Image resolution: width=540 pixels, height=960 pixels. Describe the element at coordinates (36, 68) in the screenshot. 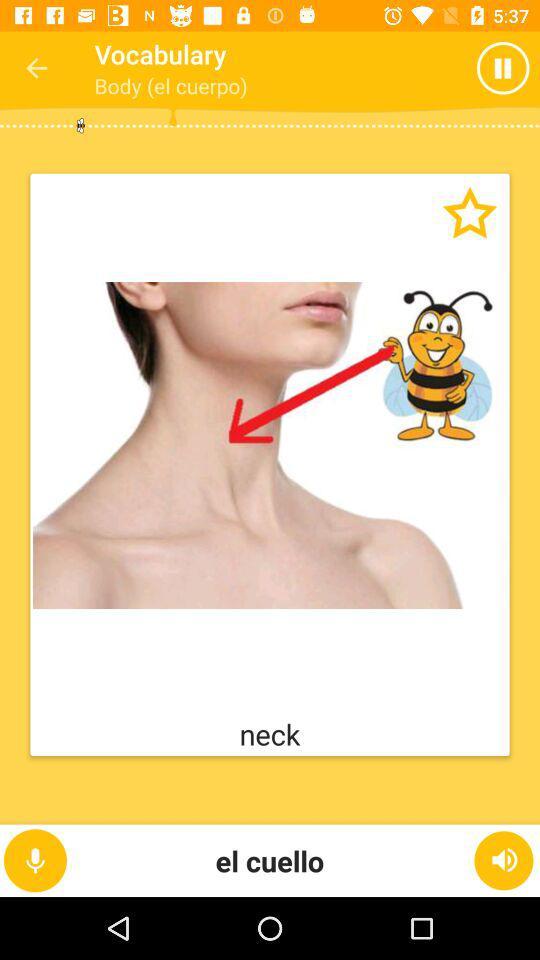

I see `icon to the left of the vocabulary icon` at that location.